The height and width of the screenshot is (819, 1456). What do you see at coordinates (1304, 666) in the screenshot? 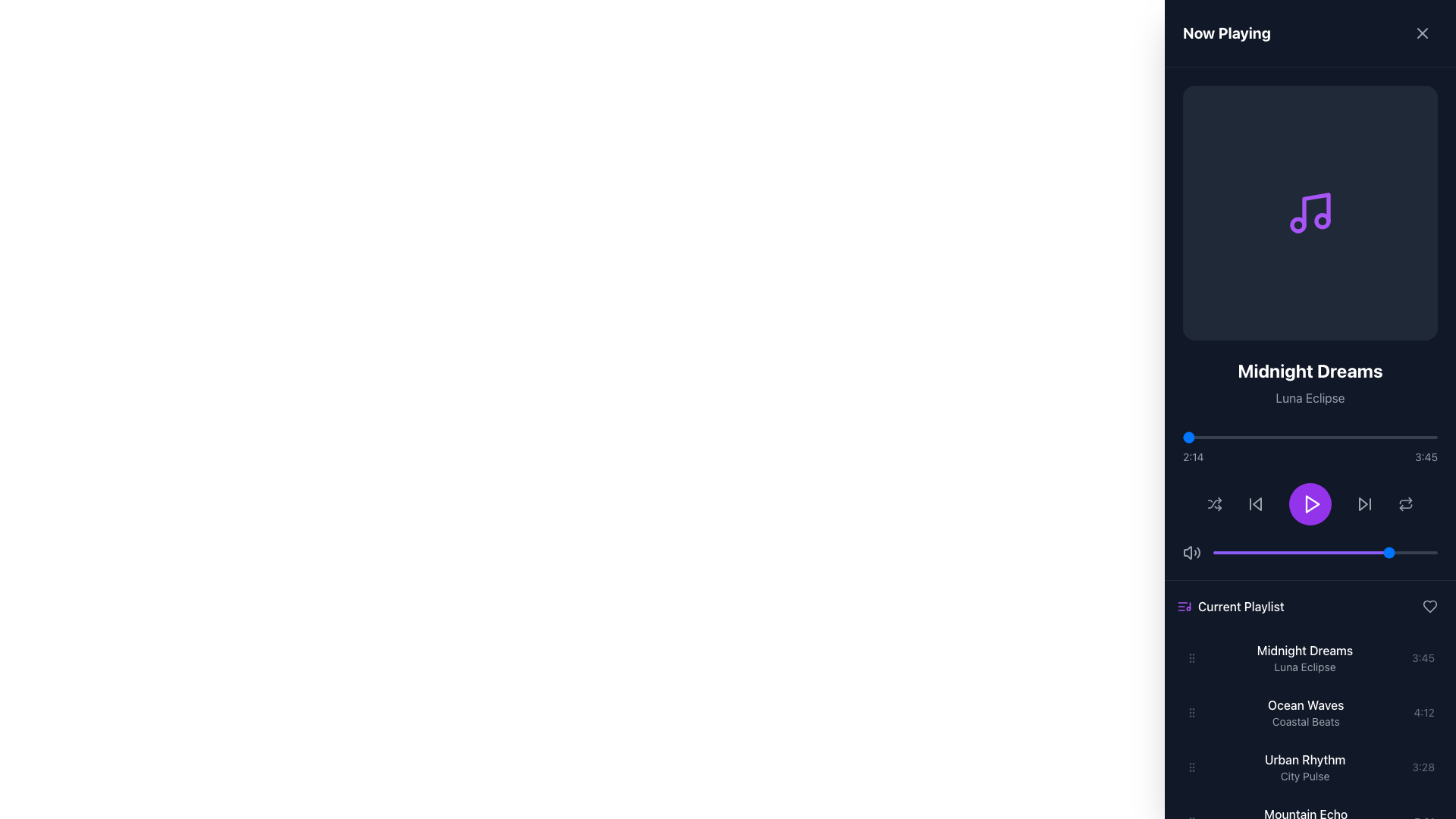
I see `the playlist item labeled 'Luna Eclipse', which is a gray-colored subtitle text positioned below 'Midnight Dreams' in the current playlist section` at bounding box center [1304, 666].